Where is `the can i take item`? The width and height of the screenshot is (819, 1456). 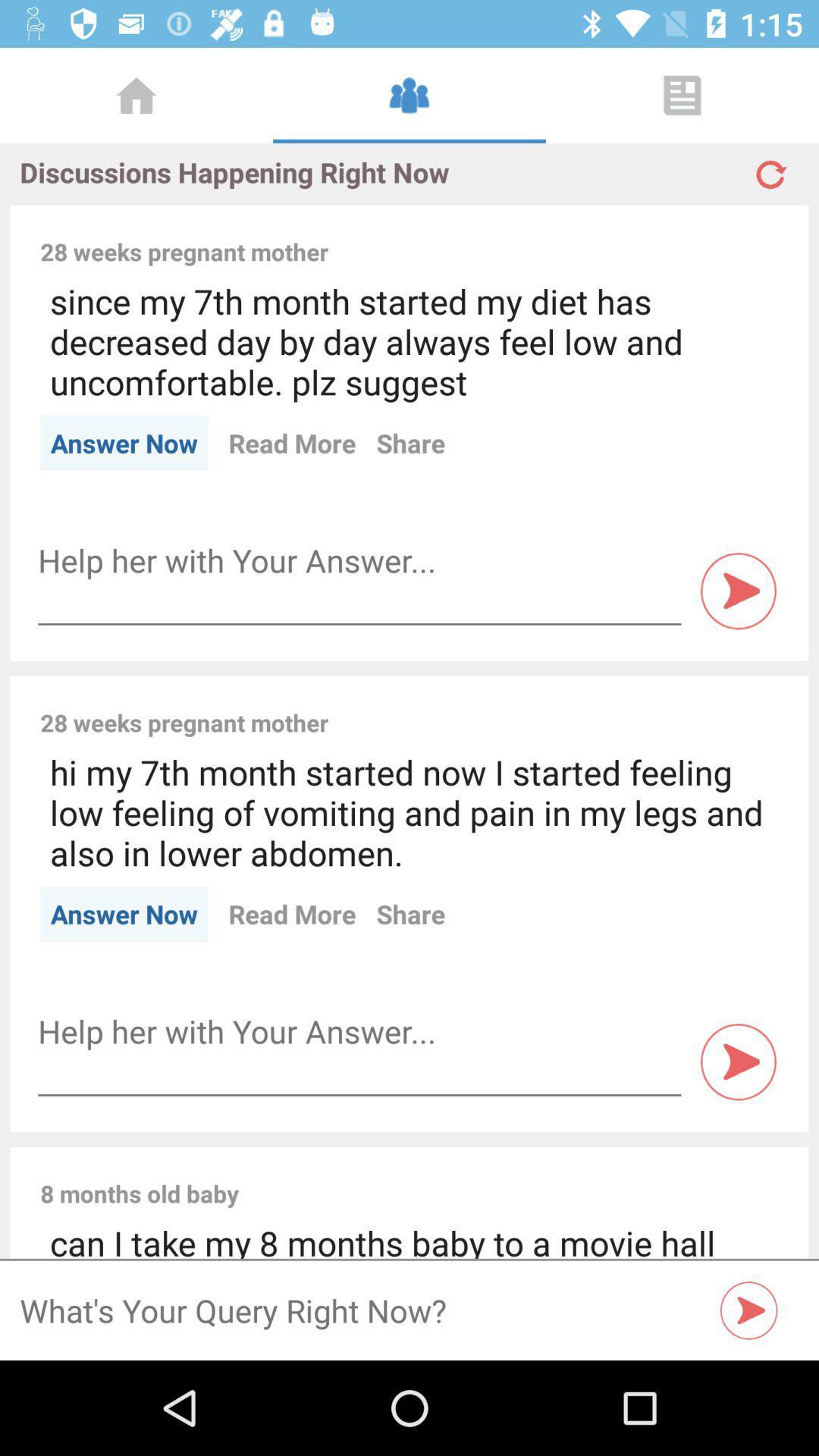 the can i take item is located at coordinates (409, 1239).